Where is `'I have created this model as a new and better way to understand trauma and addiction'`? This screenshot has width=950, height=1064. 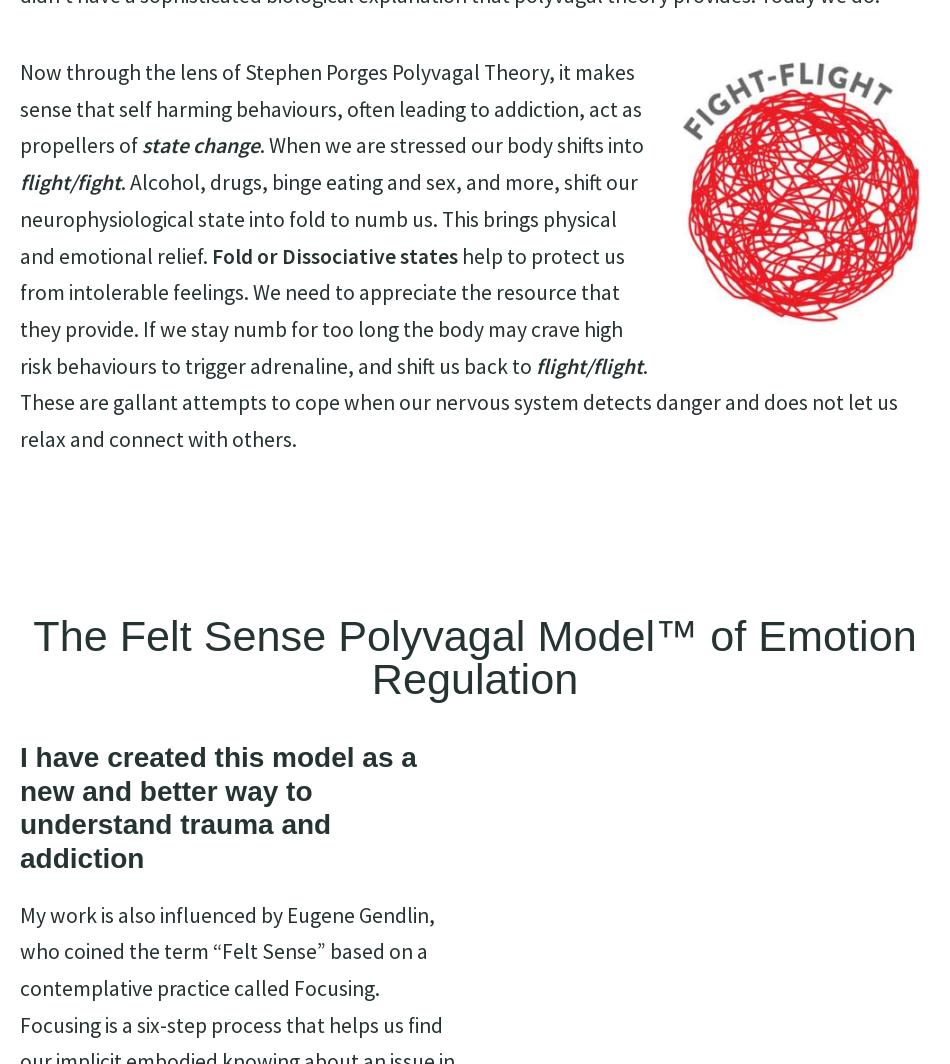 'I have created this model as a new and better way to understand trauma and addiction' is located at coordinates (20, 807).